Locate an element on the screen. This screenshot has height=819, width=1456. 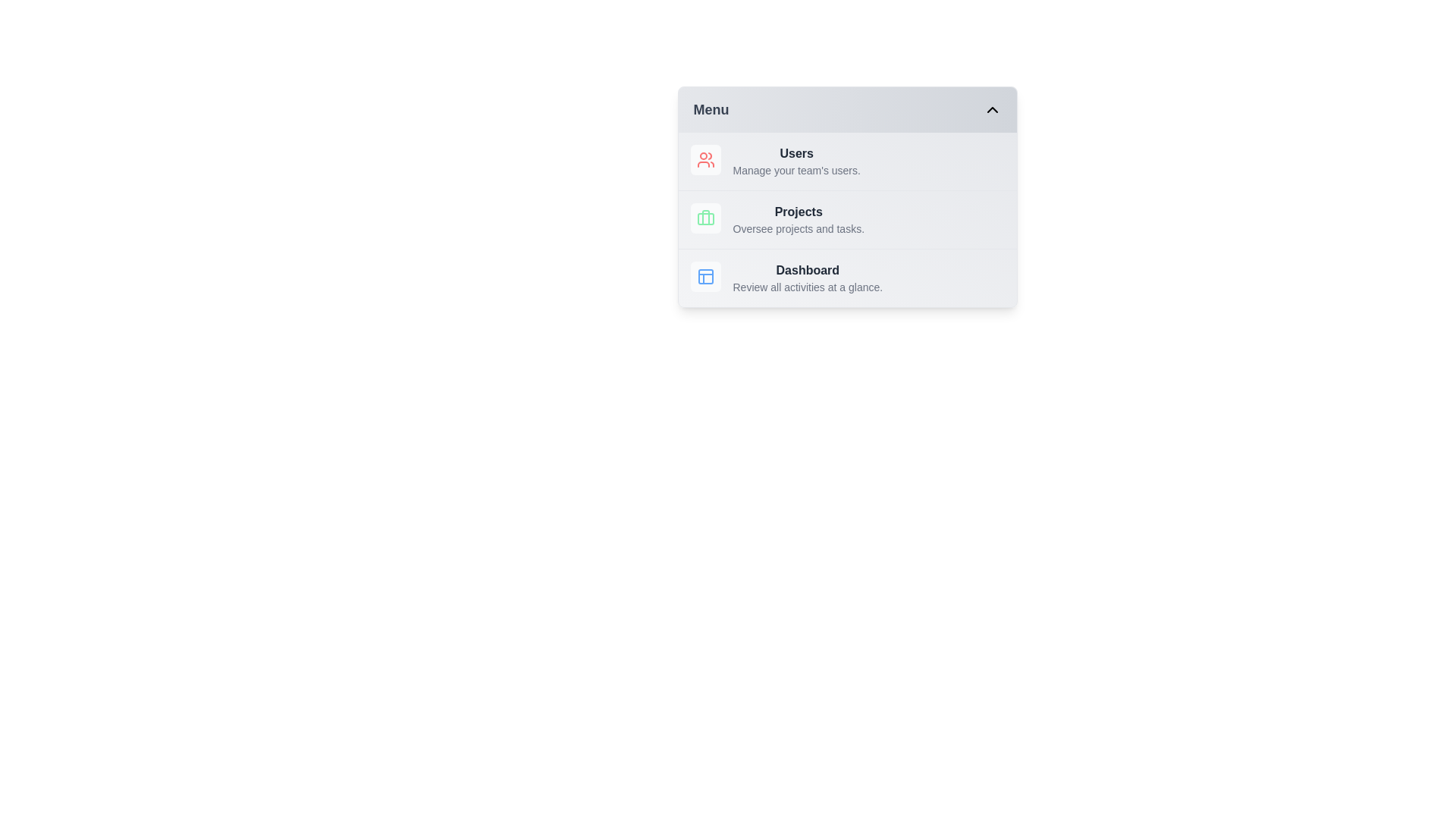
the menu item Projects is located at coordinates (846, 219).